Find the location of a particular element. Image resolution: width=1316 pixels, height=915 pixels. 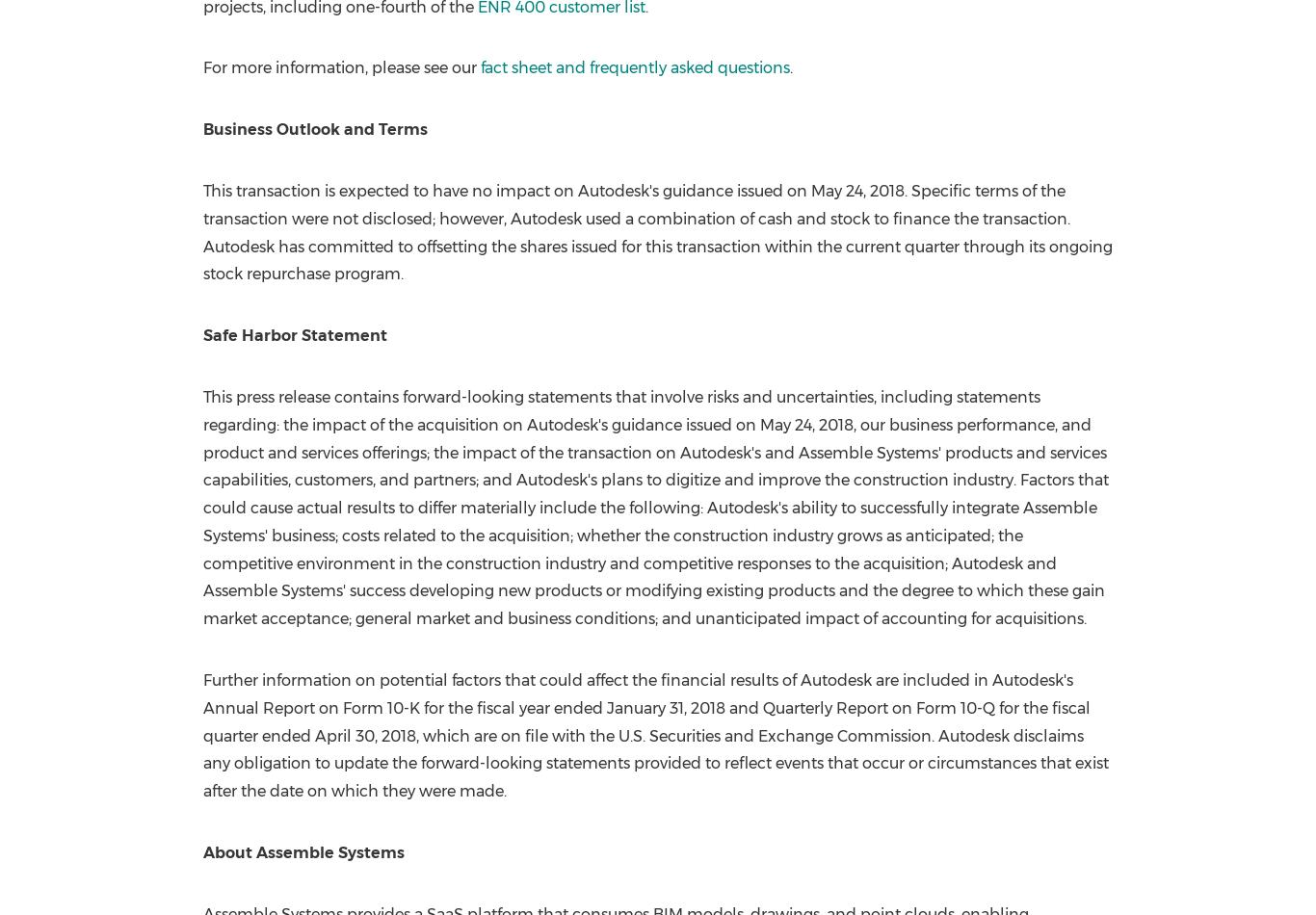

'January 31, 2018' is located at coordinates (665, 706).